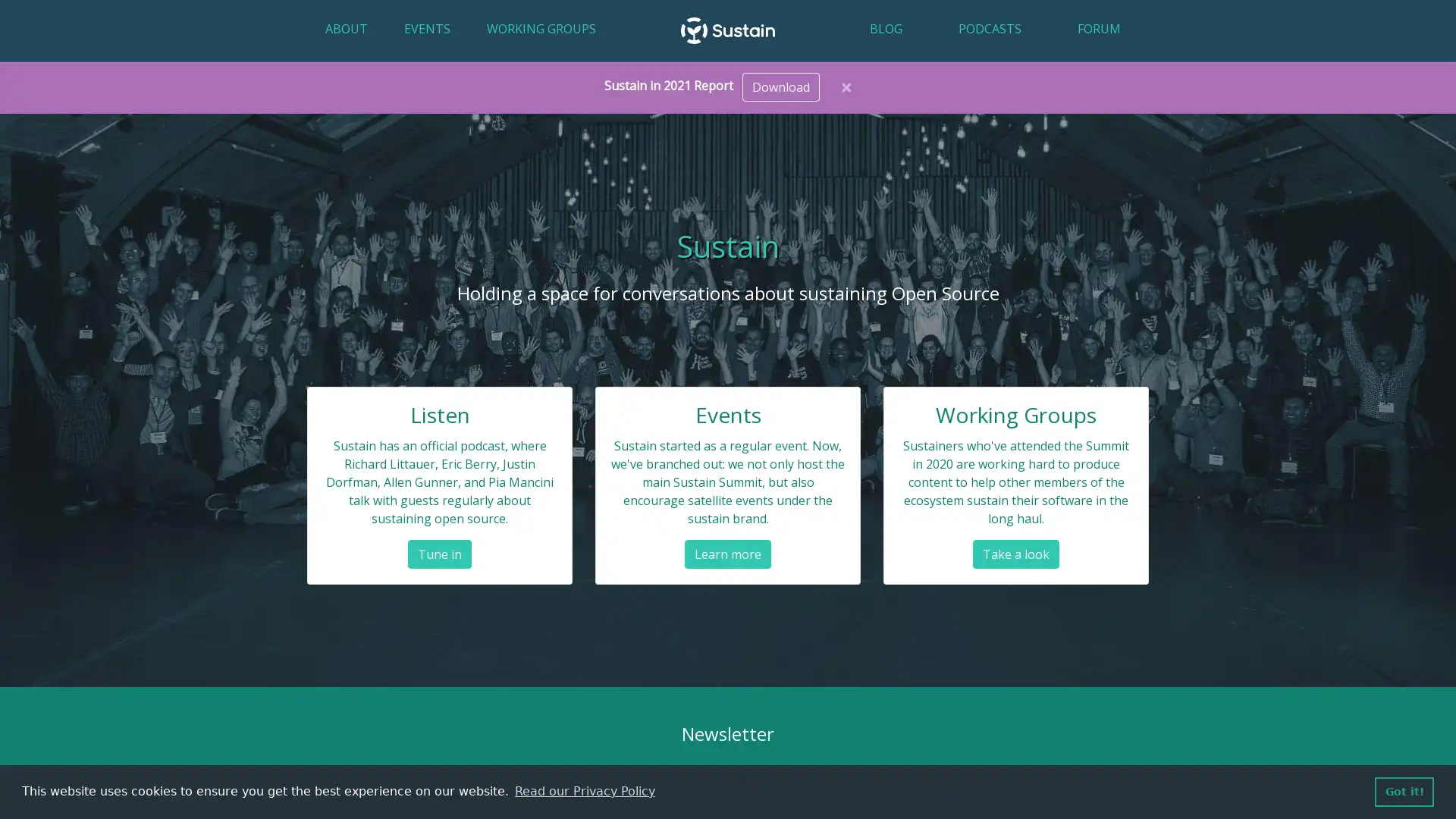 This screenshot has width=1456, height=819. I want to click on Close, so click(846, 87).